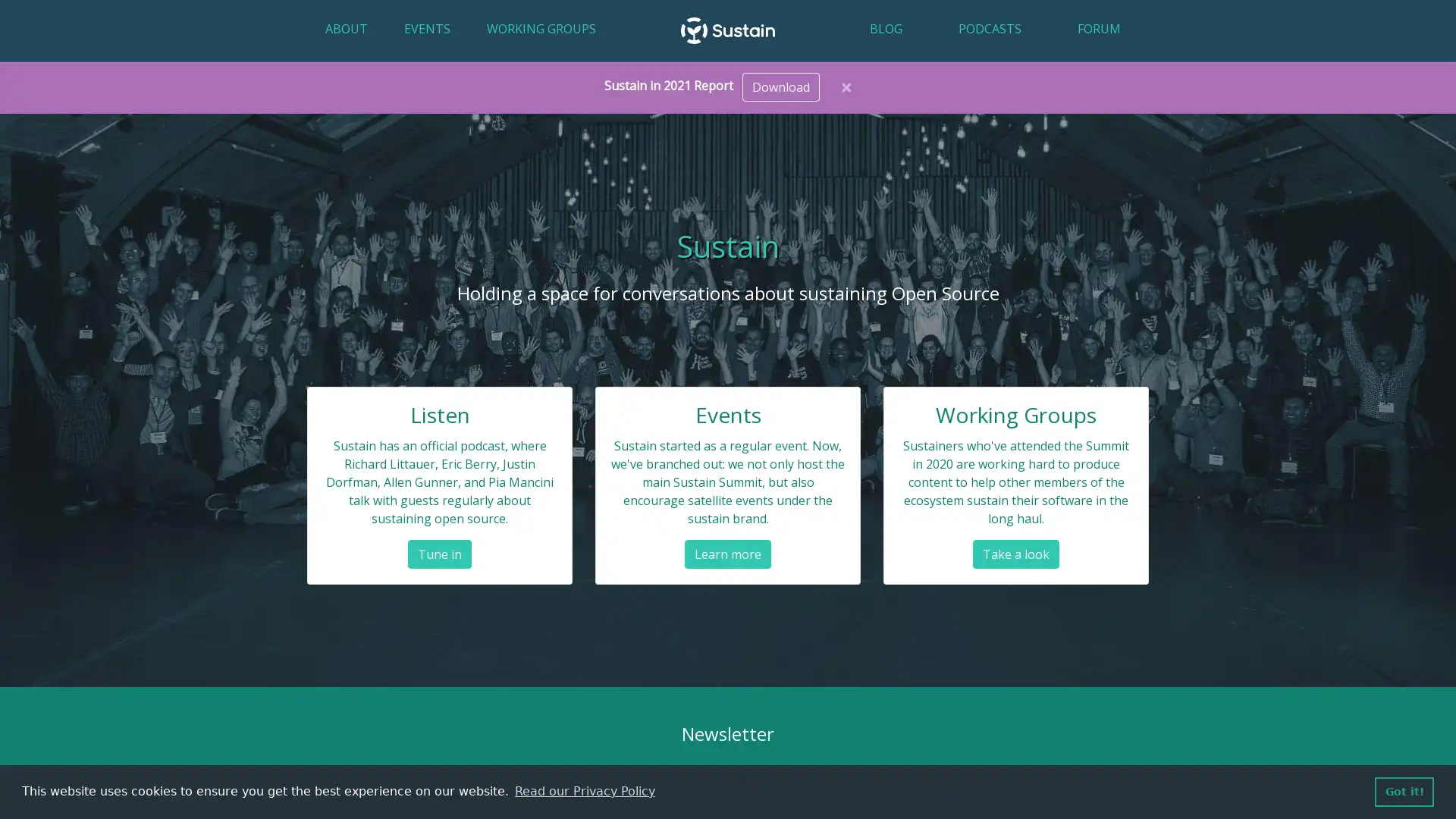 This screenshot has width=1456, height=819. I want to click on Close, so click(846, 87).